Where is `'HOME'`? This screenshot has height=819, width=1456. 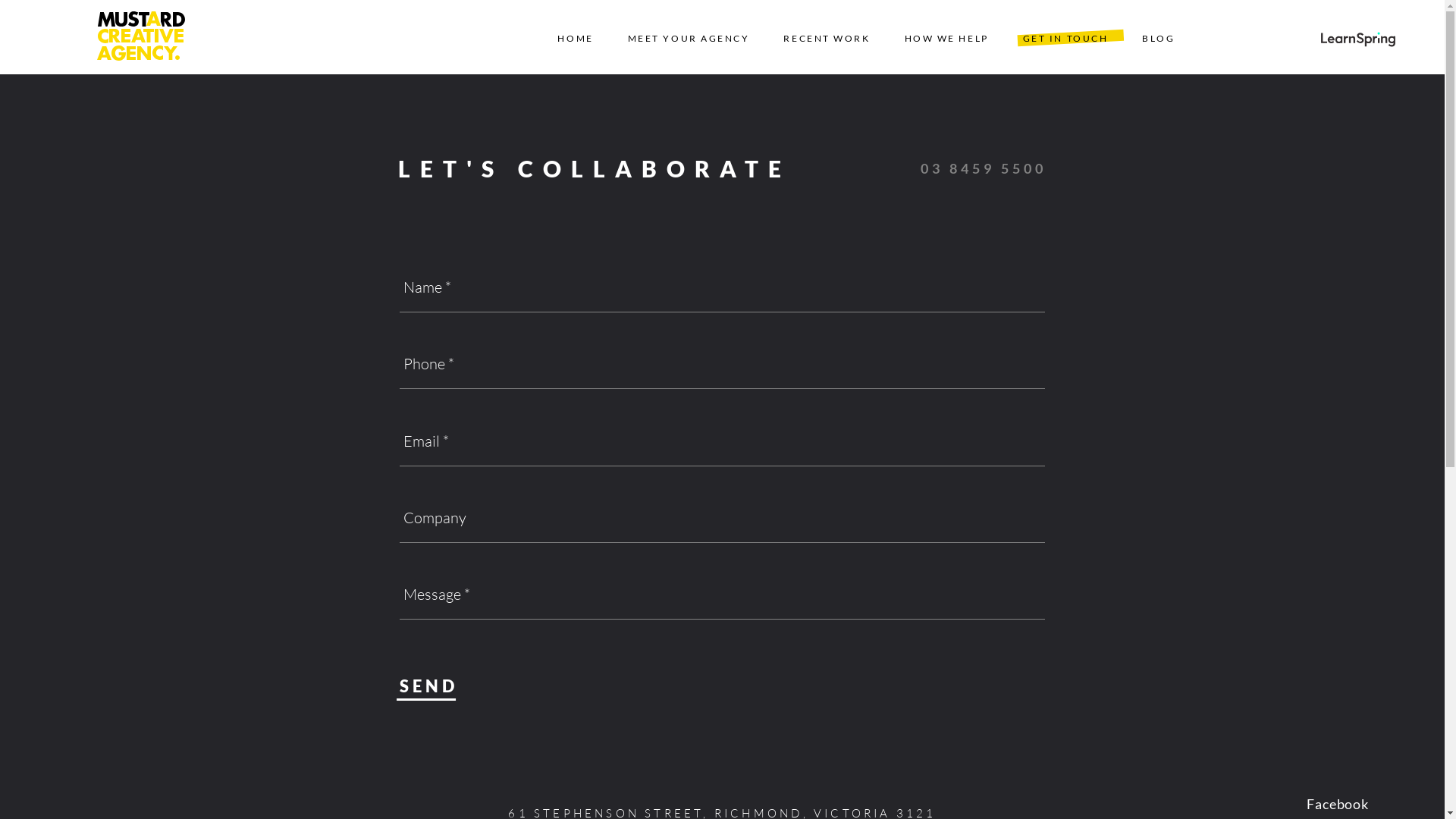
'HOME' is located at coordinates (574, 37).